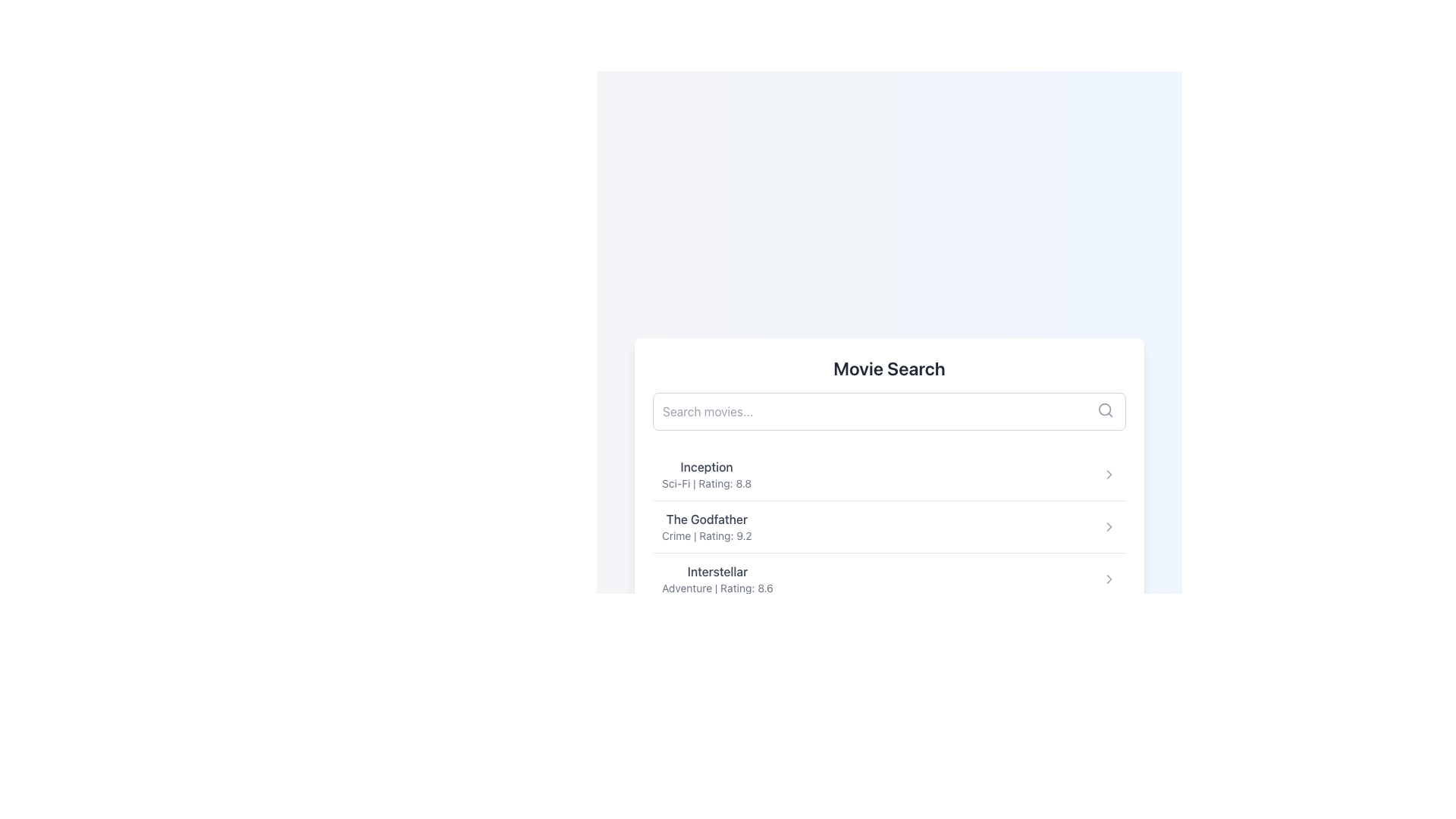 Image resolution: width=1456 pixels, height=819 pixels. I want to click on the 'Interstellar' text label, which is the third entry in the movie list within the 'Movie Search' component, to infer details about the movie, so click(717, 571).